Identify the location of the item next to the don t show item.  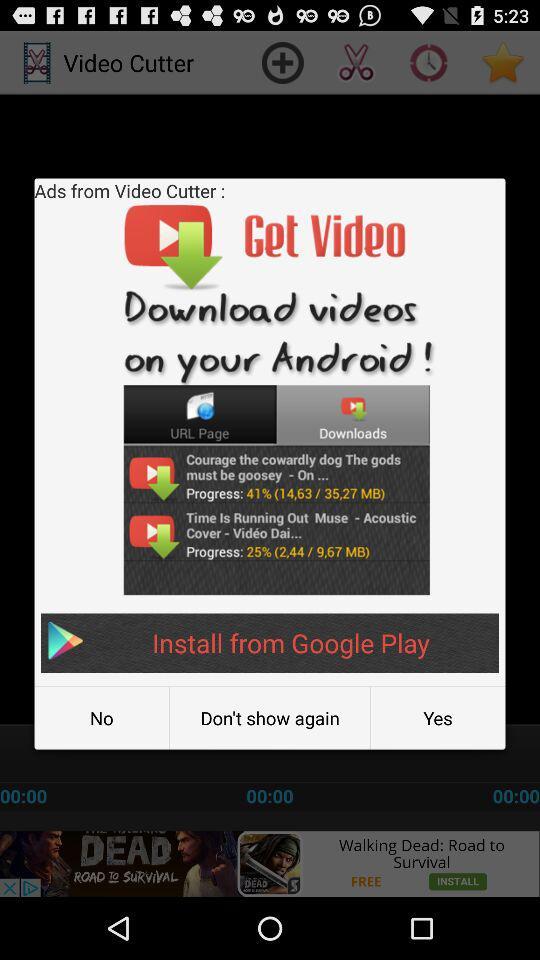
(100, 718).